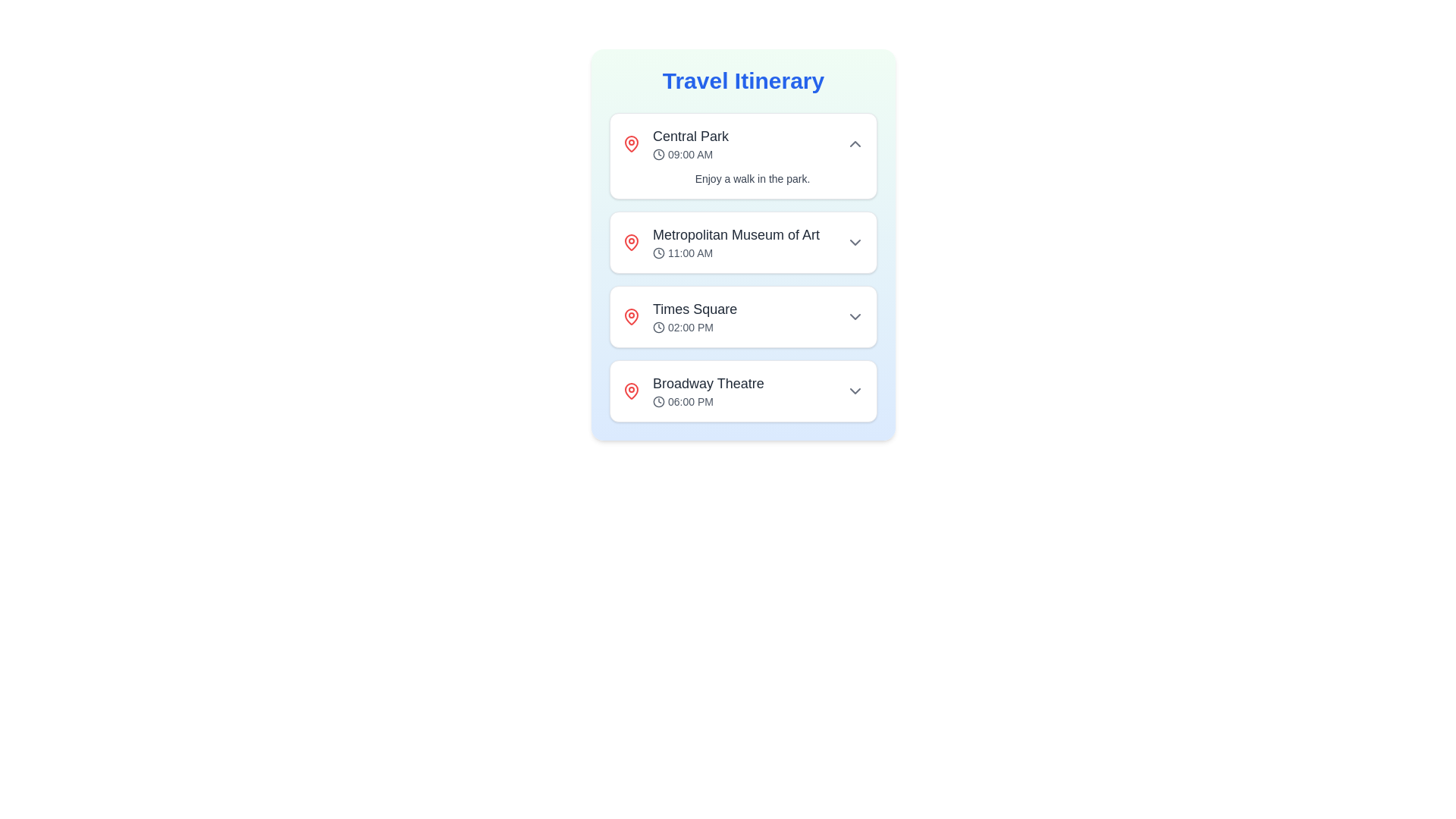 The height and width of the screenshot is (819, 1456). What do you see at coordinates (632, 391) in the screenshot?
I see `the icon indicating the location of 'Broadway Theatre' in the 'Travel Itinerary' section, positioned to the left of the text 'Broadway Theatre'` at bounding box center [632, 391].